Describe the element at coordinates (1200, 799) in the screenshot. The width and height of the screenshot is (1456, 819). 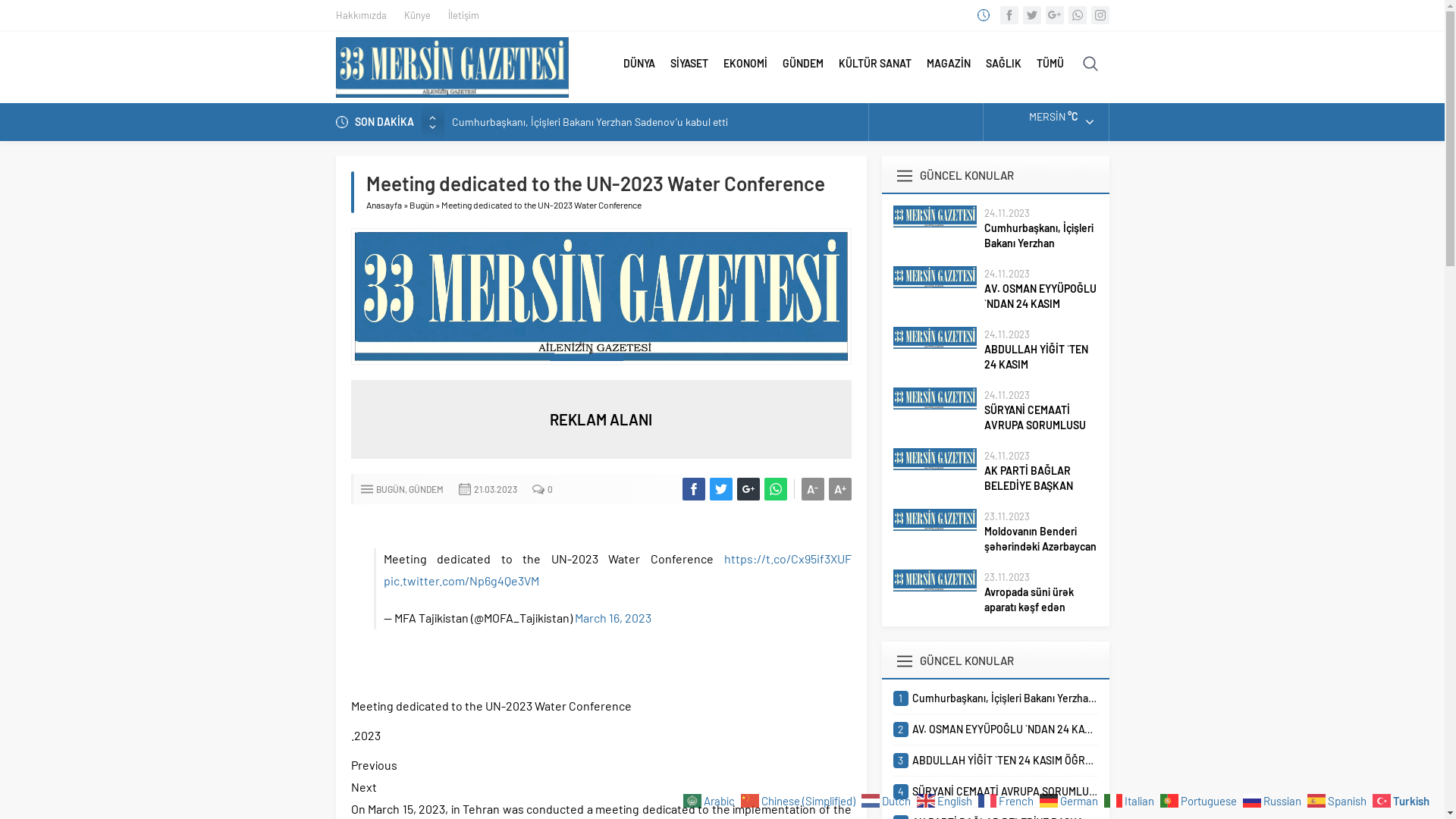
I see `'Portuguese'` at that location.